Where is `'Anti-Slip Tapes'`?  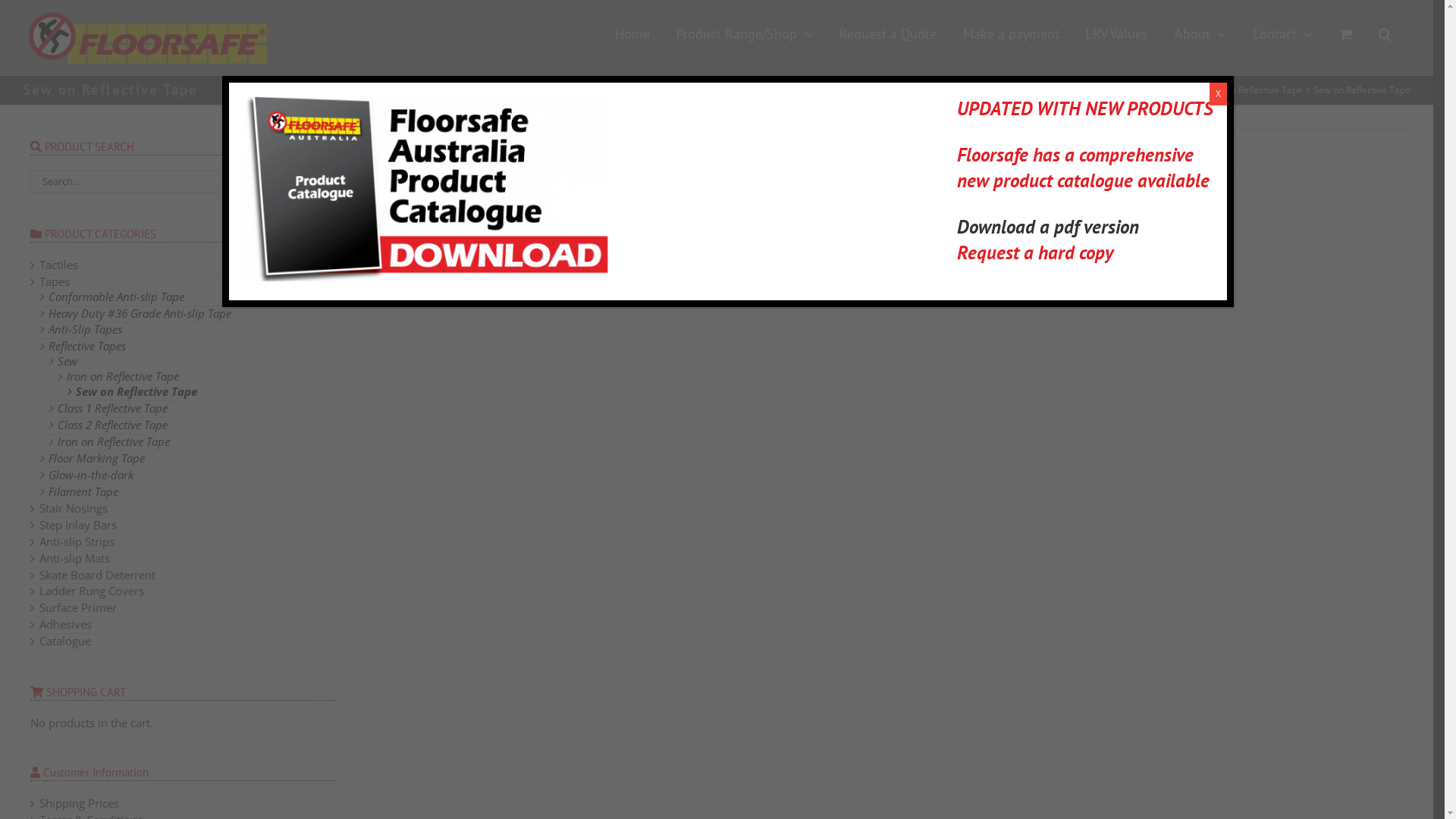 'Anti-Slip Tapes' is located at coordinates (48, 328).